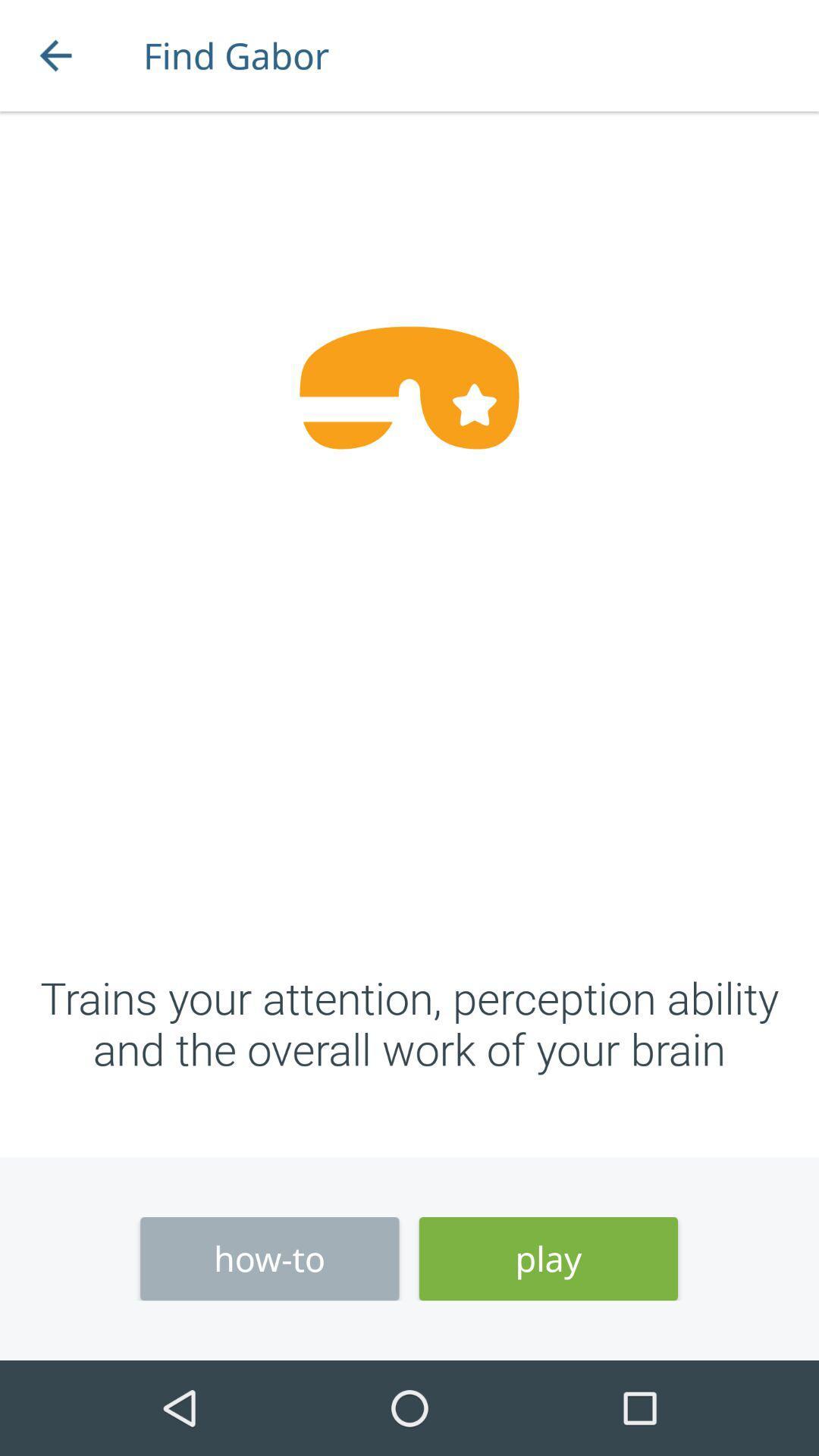  What do you see at coordinates (548, 1259) in the screenshot?
I see `icon next to the how-to icon` at bounding box center [548, 1259].